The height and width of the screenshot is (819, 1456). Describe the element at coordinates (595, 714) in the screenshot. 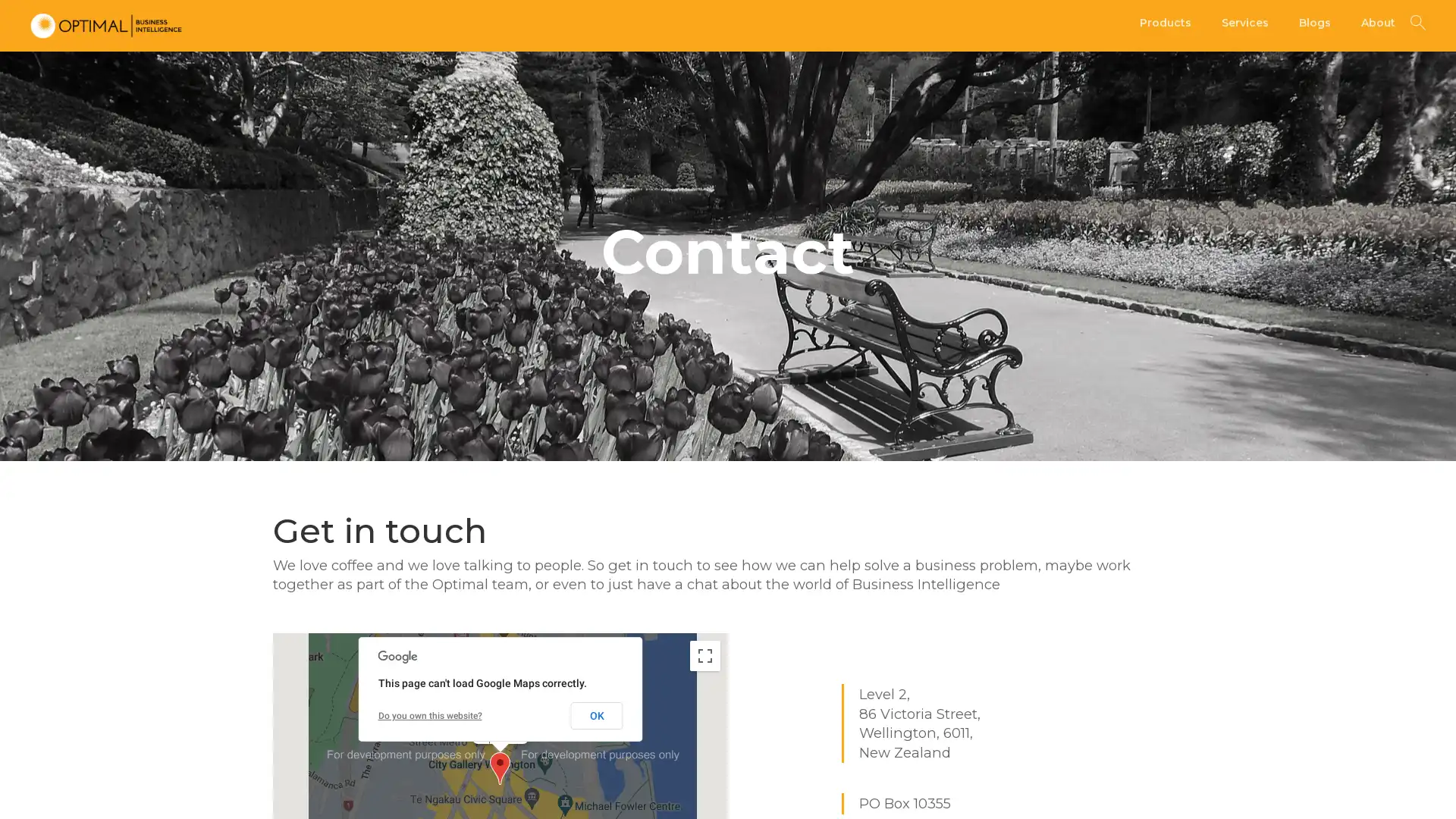

I see `OK` at that location.